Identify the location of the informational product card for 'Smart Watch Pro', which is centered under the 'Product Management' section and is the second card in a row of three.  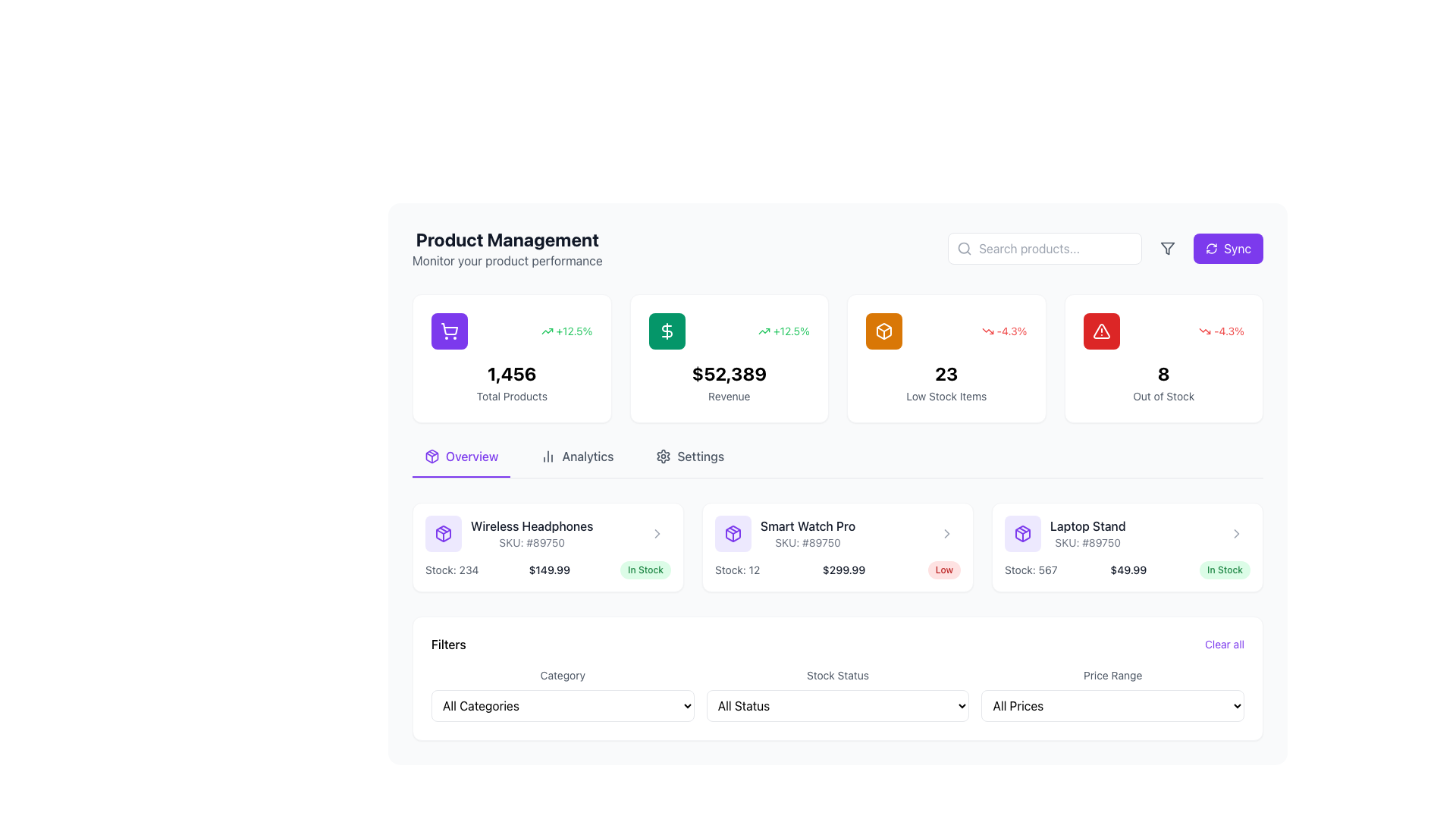
(836, 547).